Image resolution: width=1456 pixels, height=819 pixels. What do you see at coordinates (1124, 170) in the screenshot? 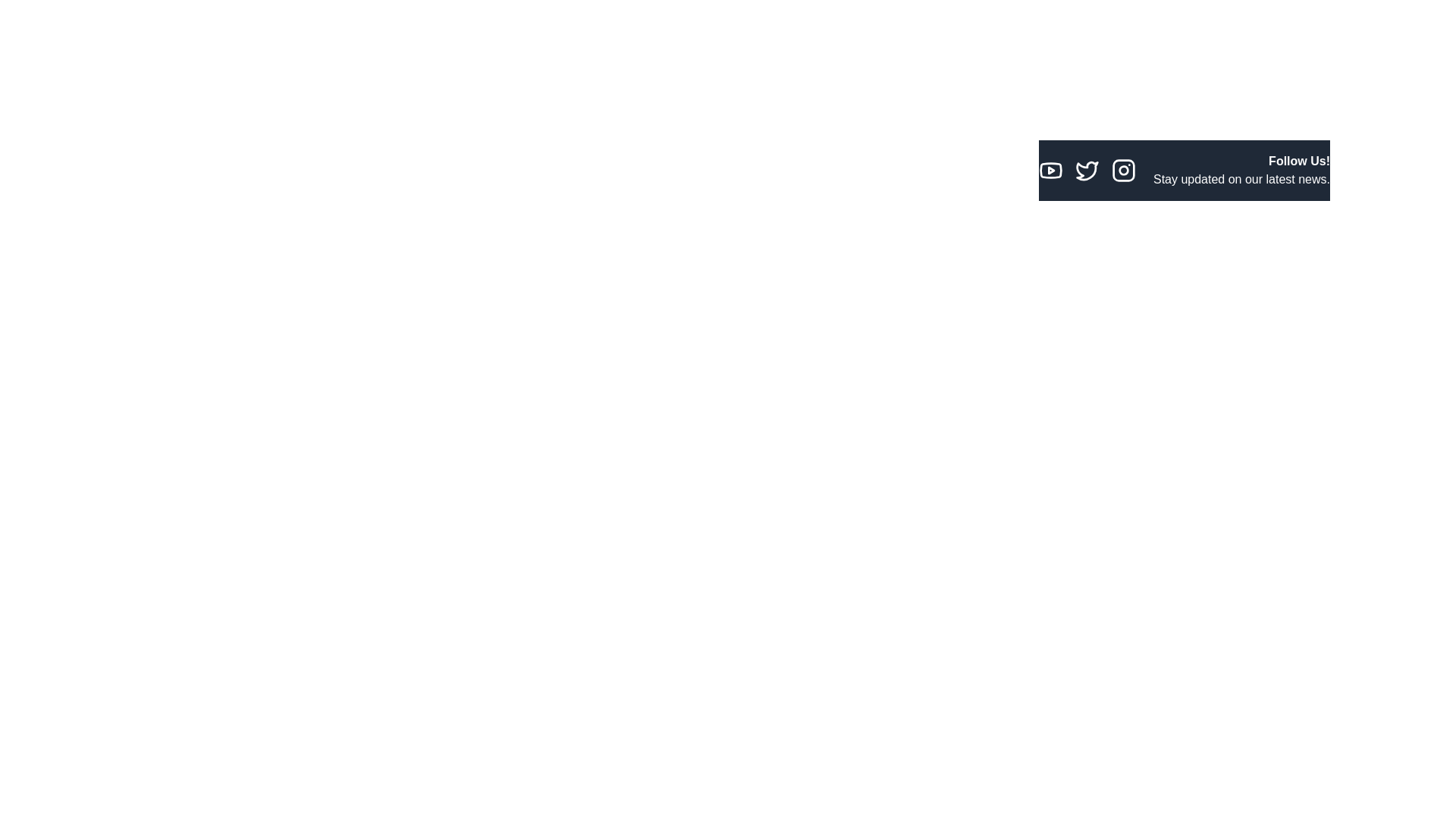
I see `the Instagram icon, which is the fourth item in the row of social media icons` at bounding box center [1124, 170].